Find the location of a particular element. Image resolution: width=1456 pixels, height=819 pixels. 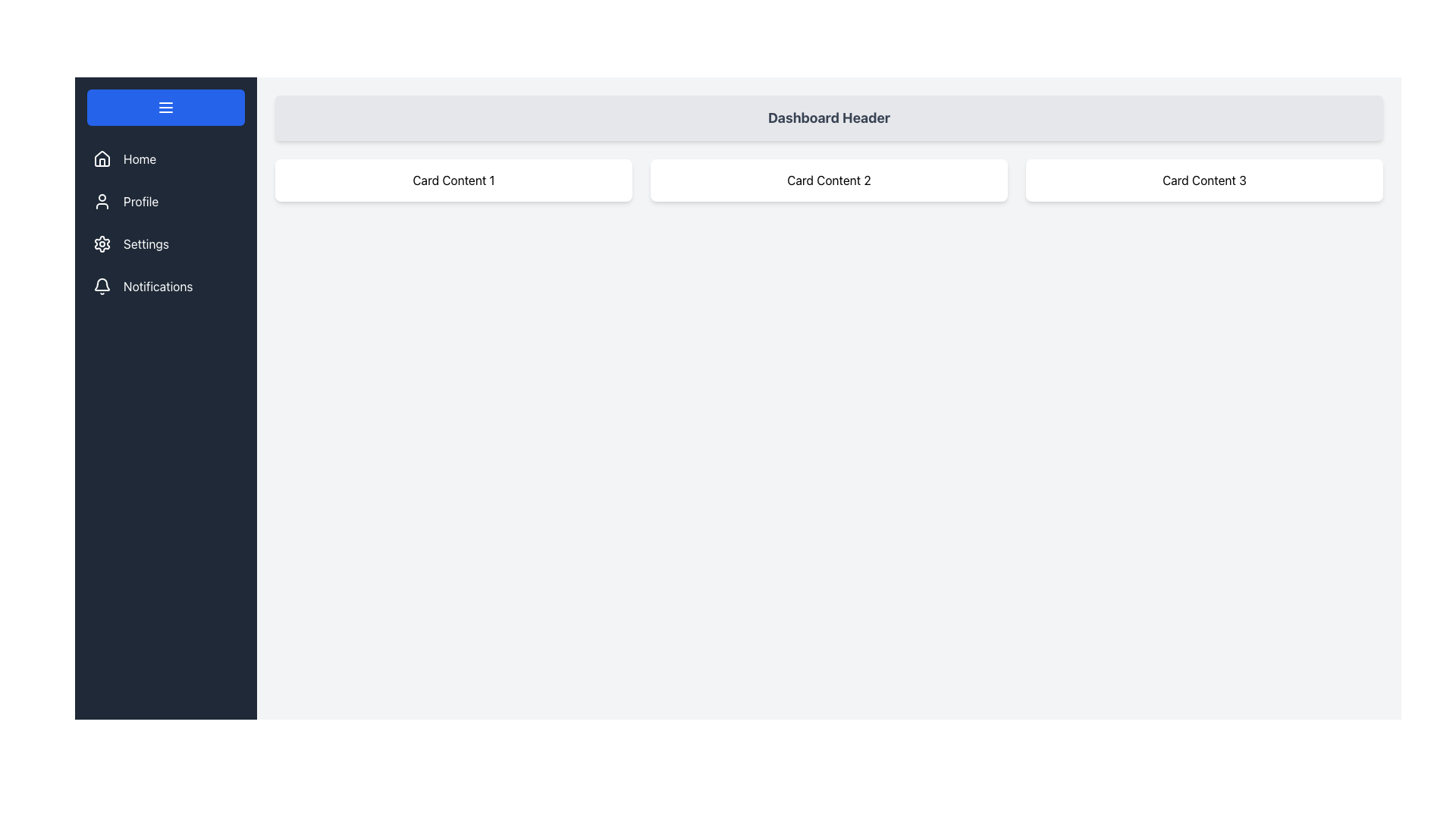

the doorway symbol within the house icon located in the sidebar navigation menu is located at coordinates (101, 162).